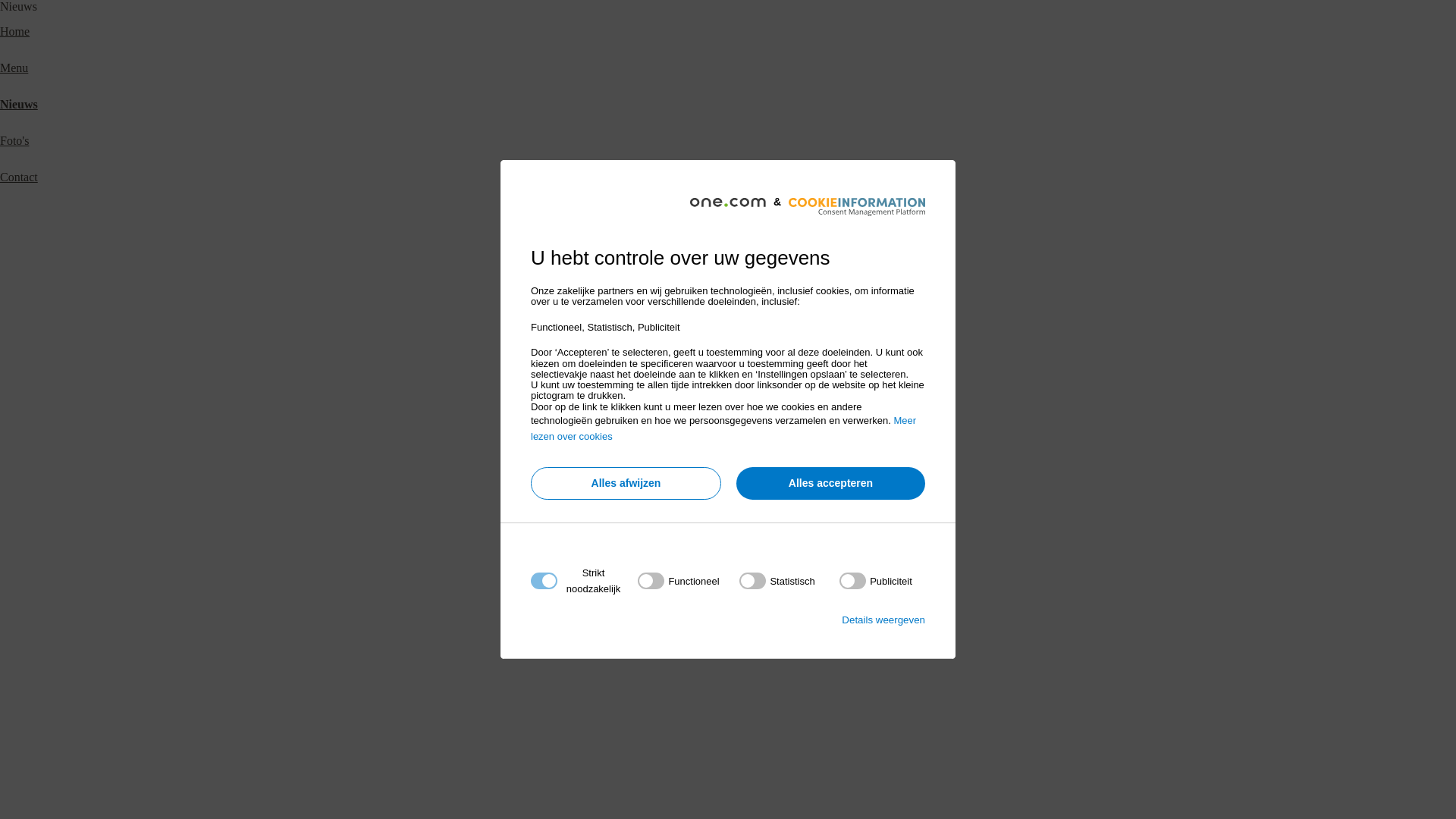  I want to click on 'Foto's', so click(0, 140).